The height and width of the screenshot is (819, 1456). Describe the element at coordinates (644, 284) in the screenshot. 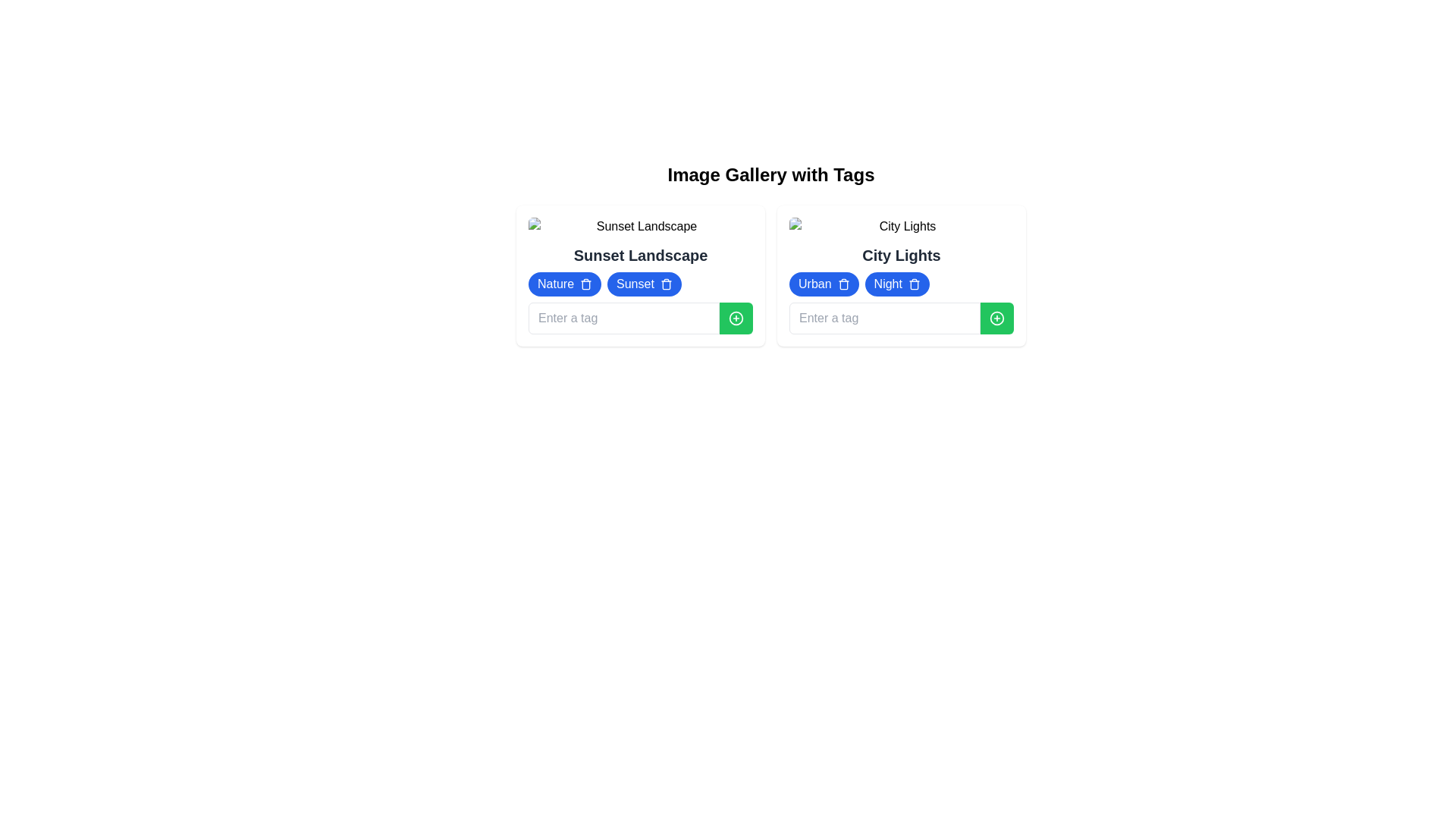

I see `the trash icon on the 'Sunset' button` at that location.